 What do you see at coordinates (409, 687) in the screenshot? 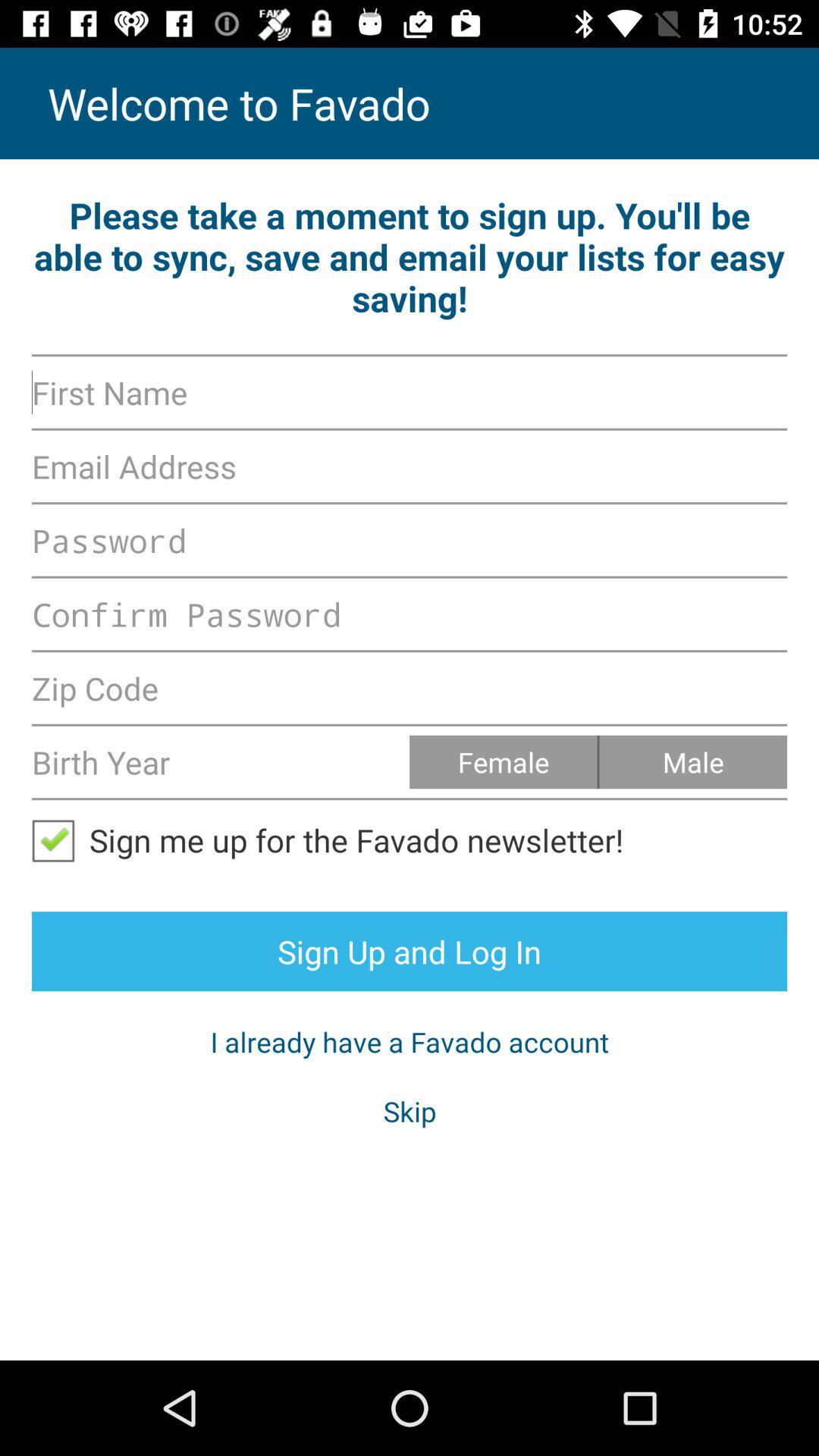
I see `zip code adding option` at bounding box center [409, 687].